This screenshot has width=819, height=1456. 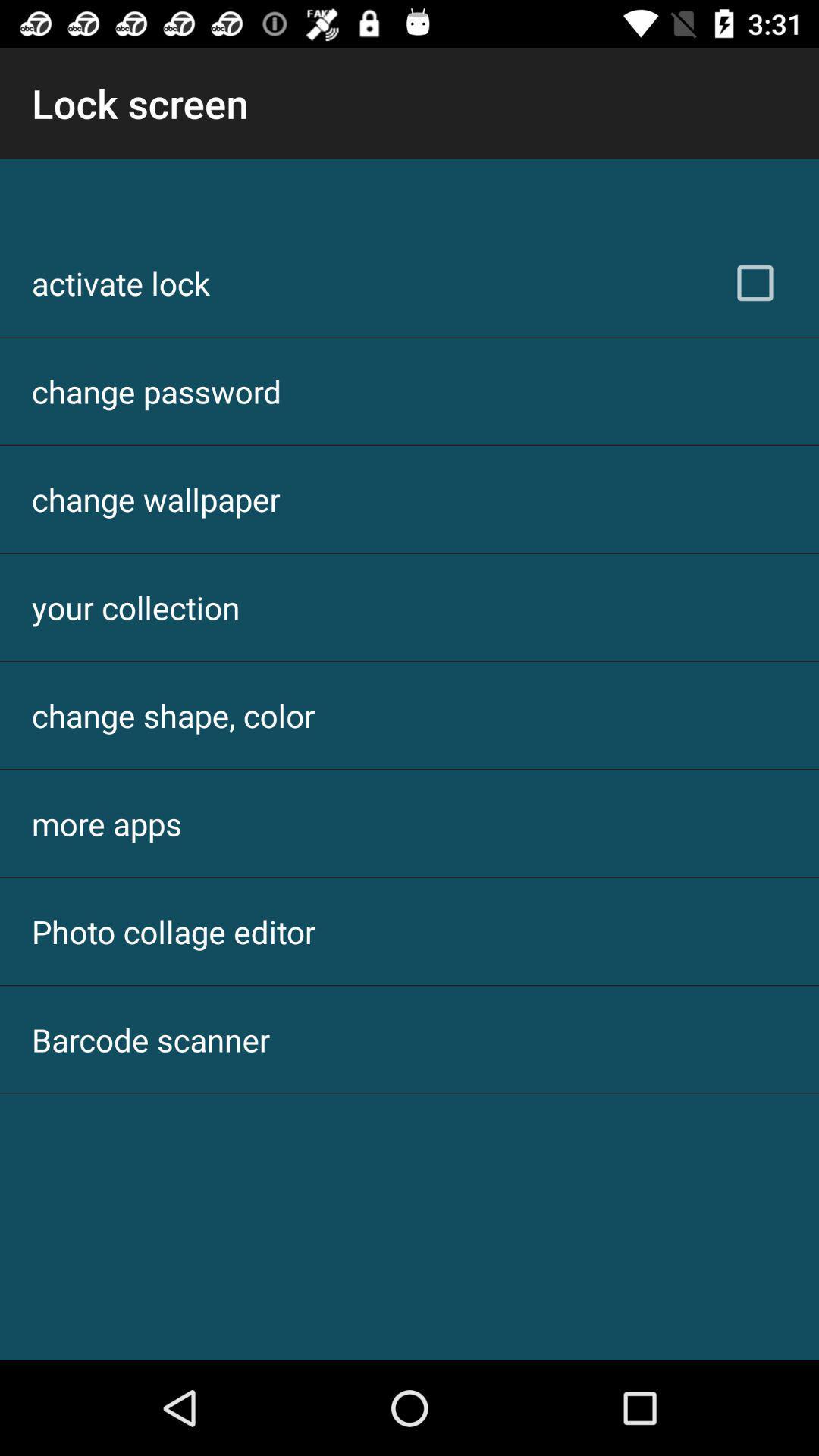 I want to click on the item at the top right corner, so click(x=755, y=283).